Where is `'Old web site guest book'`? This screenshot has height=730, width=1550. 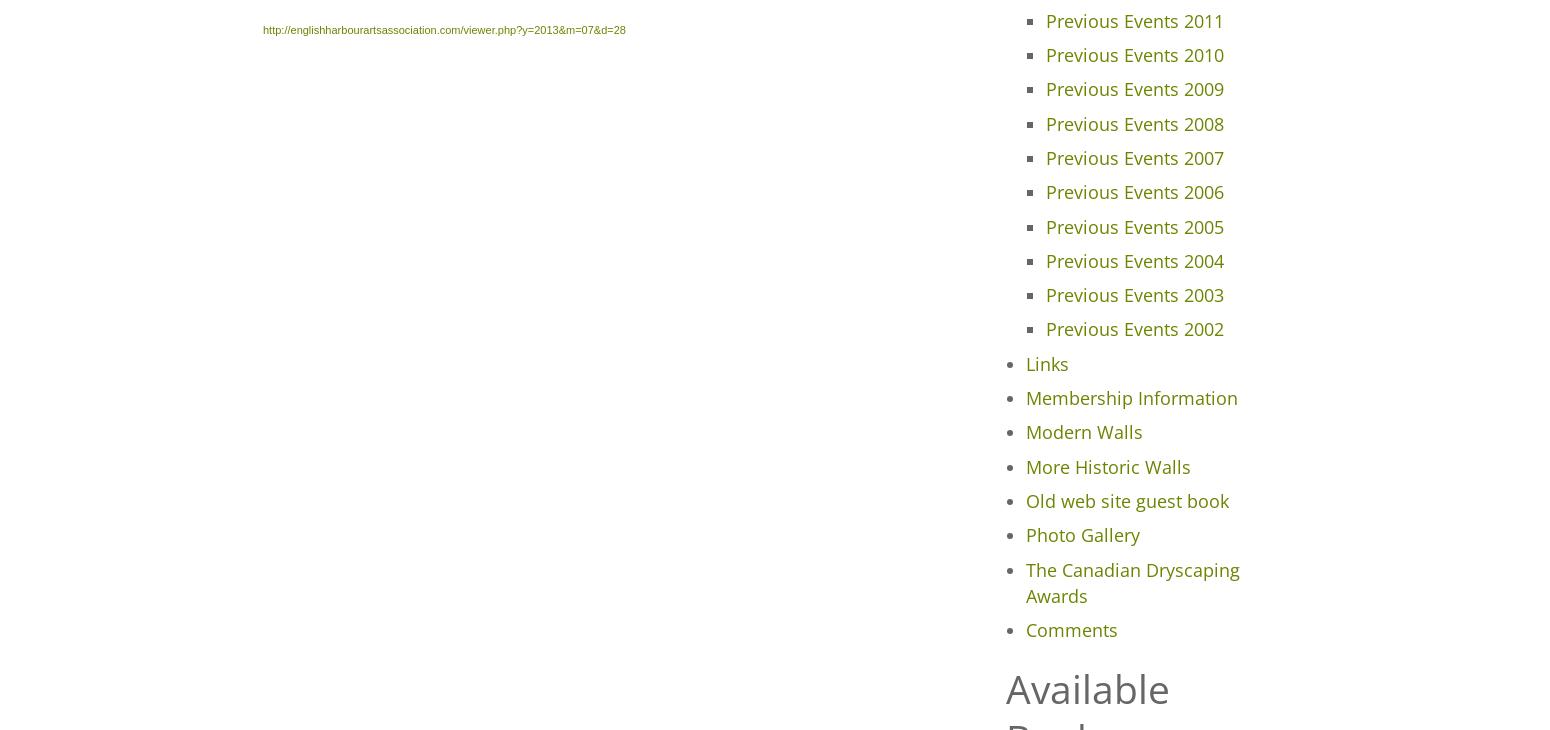 'Old web site guest book' is located at coordinates (1125, 498).